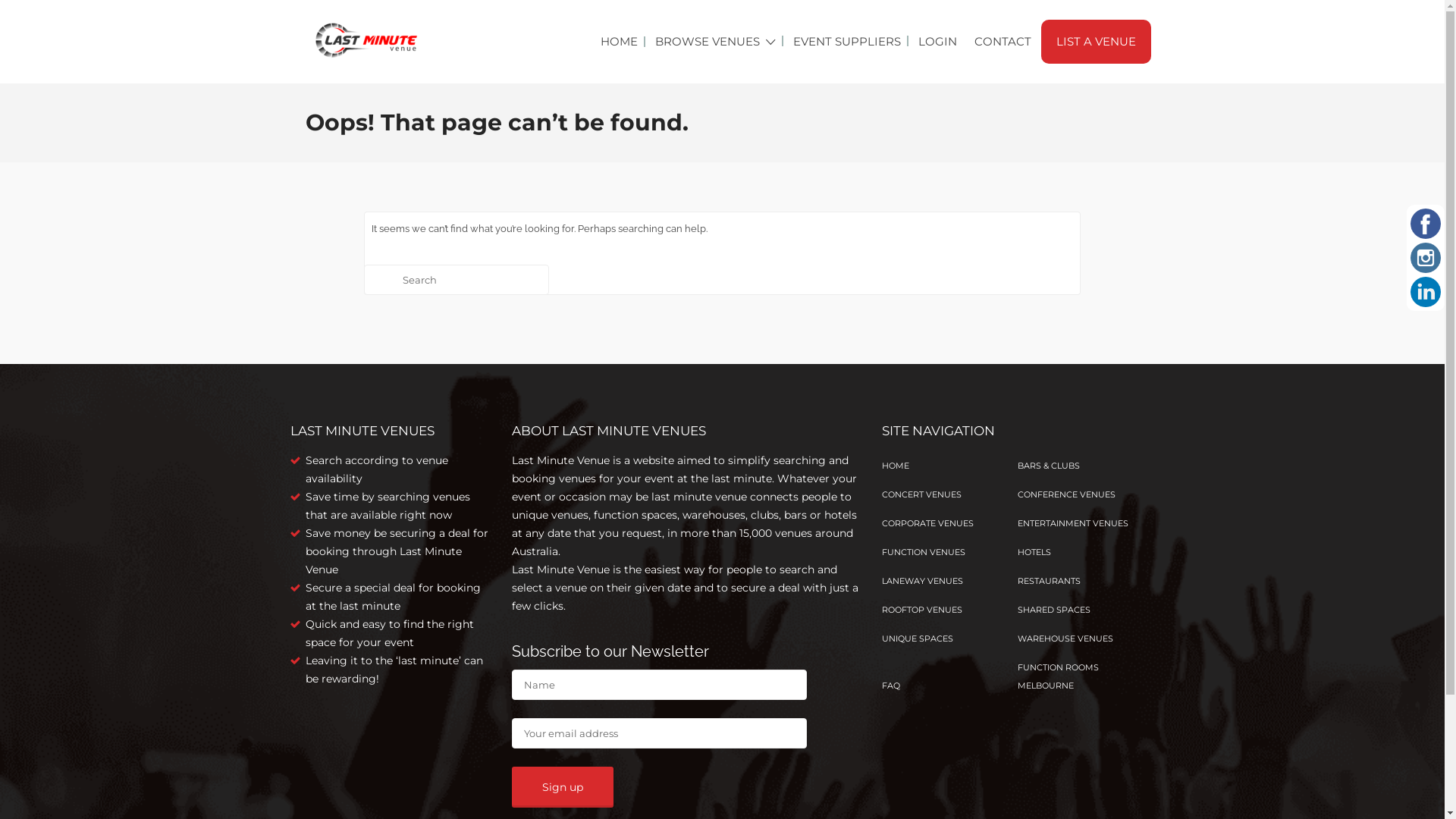  I want to click on 'HOME', so click(600, 40).